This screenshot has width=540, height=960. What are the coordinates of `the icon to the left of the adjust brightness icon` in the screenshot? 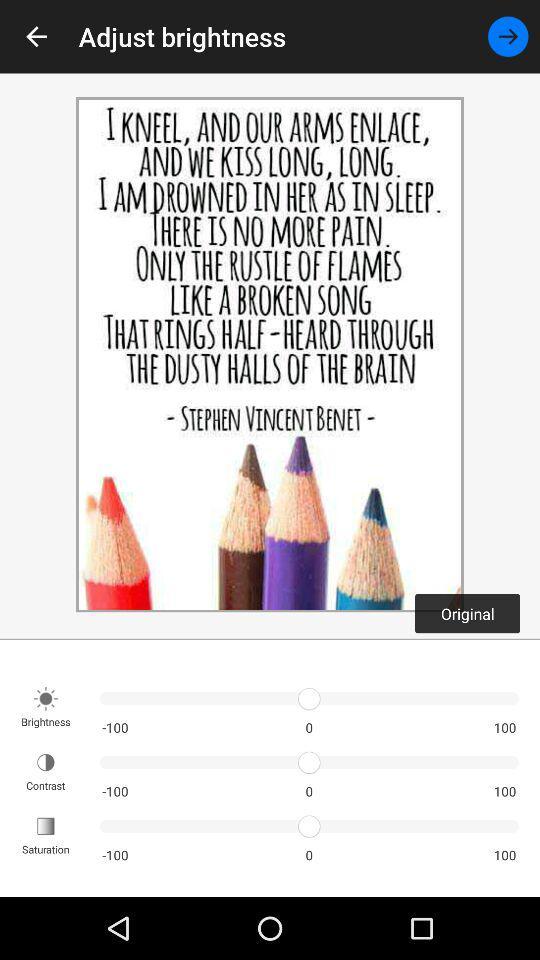 It's located at (36, 35).